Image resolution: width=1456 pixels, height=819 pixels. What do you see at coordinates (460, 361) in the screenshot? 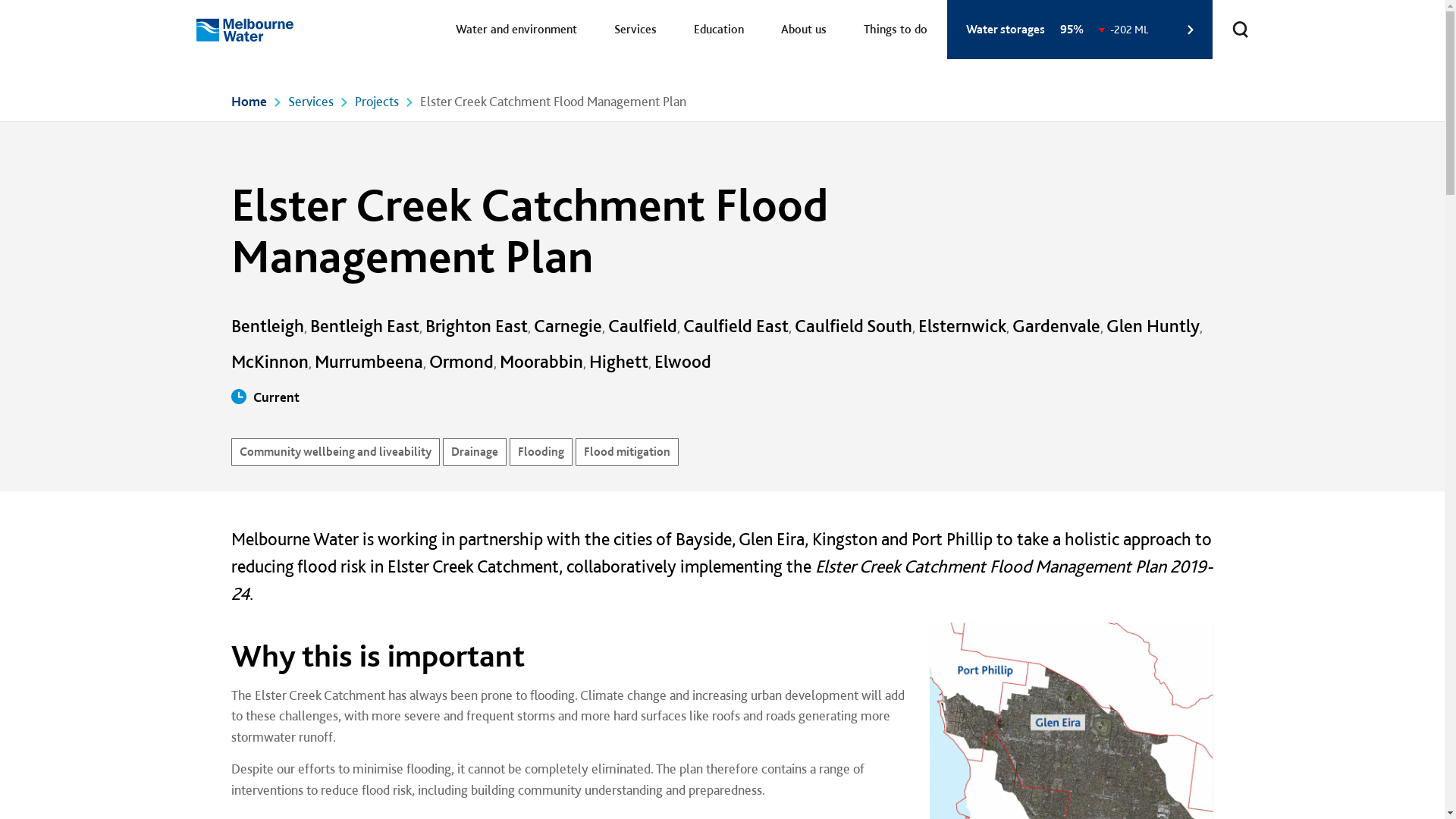
I see `'Ormond'` at bounding box center [460, 361].